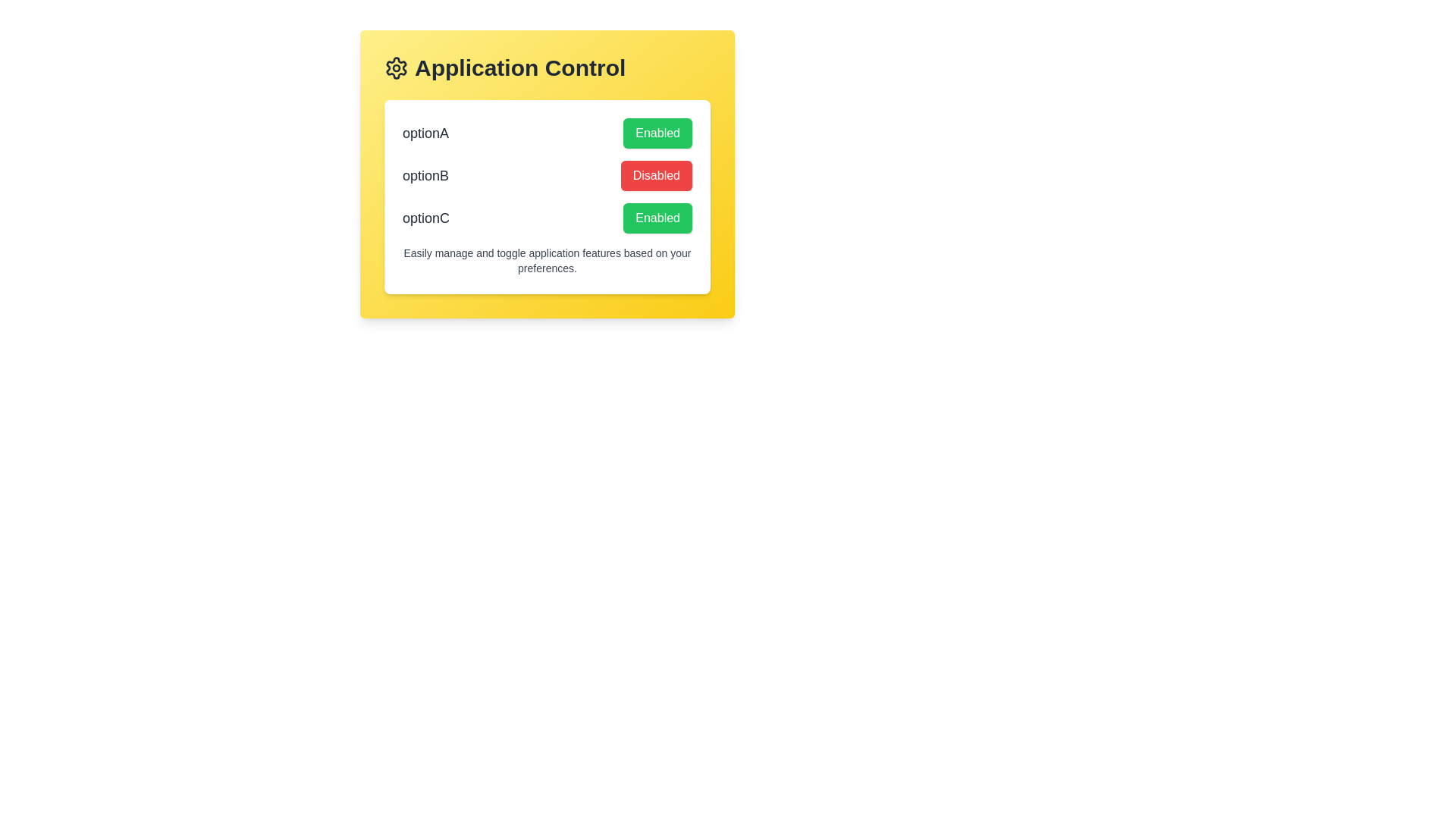  Describe the element at coordinates (397, 67) in the screenshot. I see `the gear icon with a bold black outline and sunflower yellow fill, located in the header section titled 'Application Control'` at that location.